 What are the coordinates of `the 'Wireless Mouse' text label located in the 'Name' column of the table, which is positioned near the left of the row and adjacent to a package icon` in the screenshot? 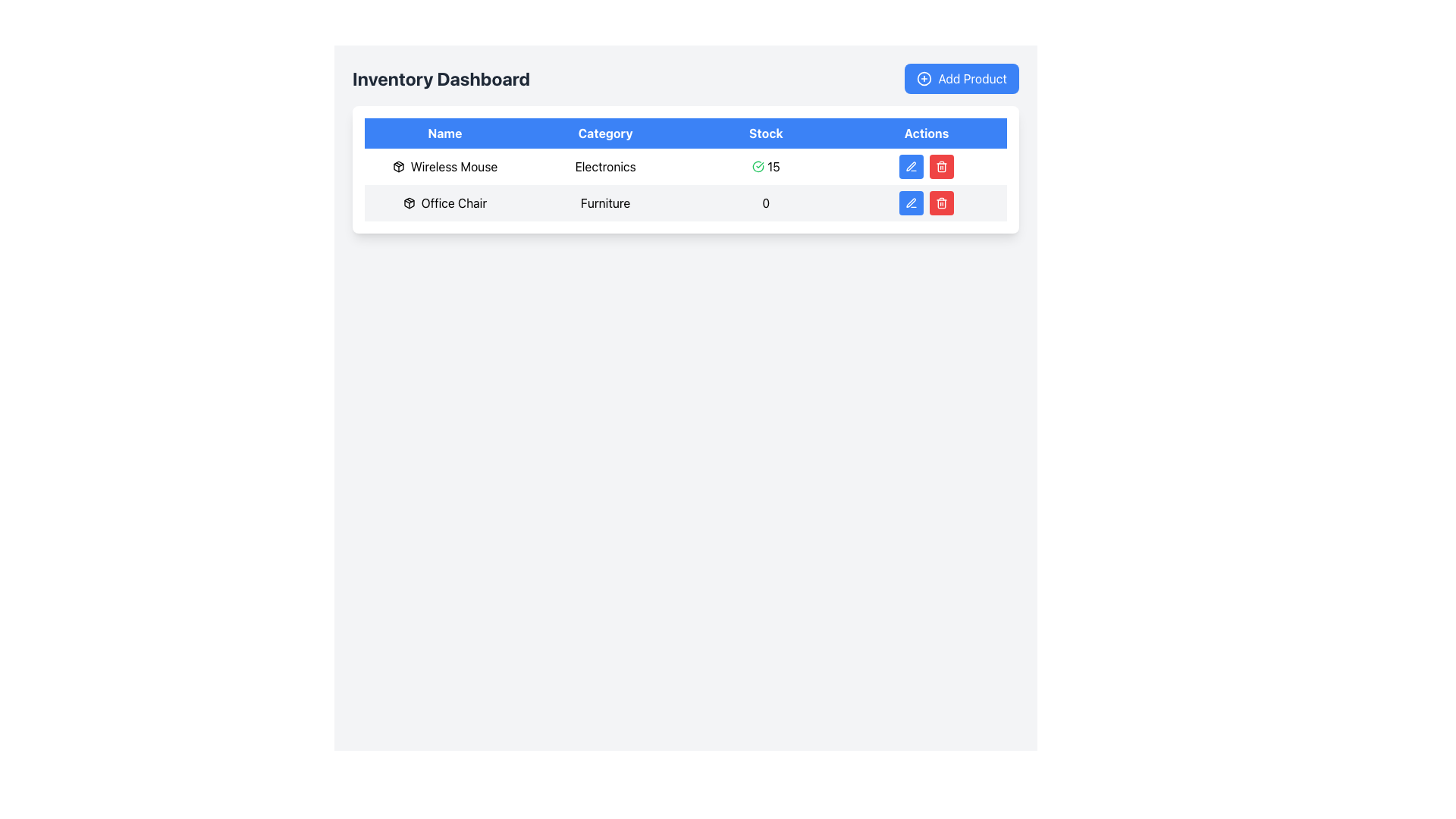 It's located at (453, 166).